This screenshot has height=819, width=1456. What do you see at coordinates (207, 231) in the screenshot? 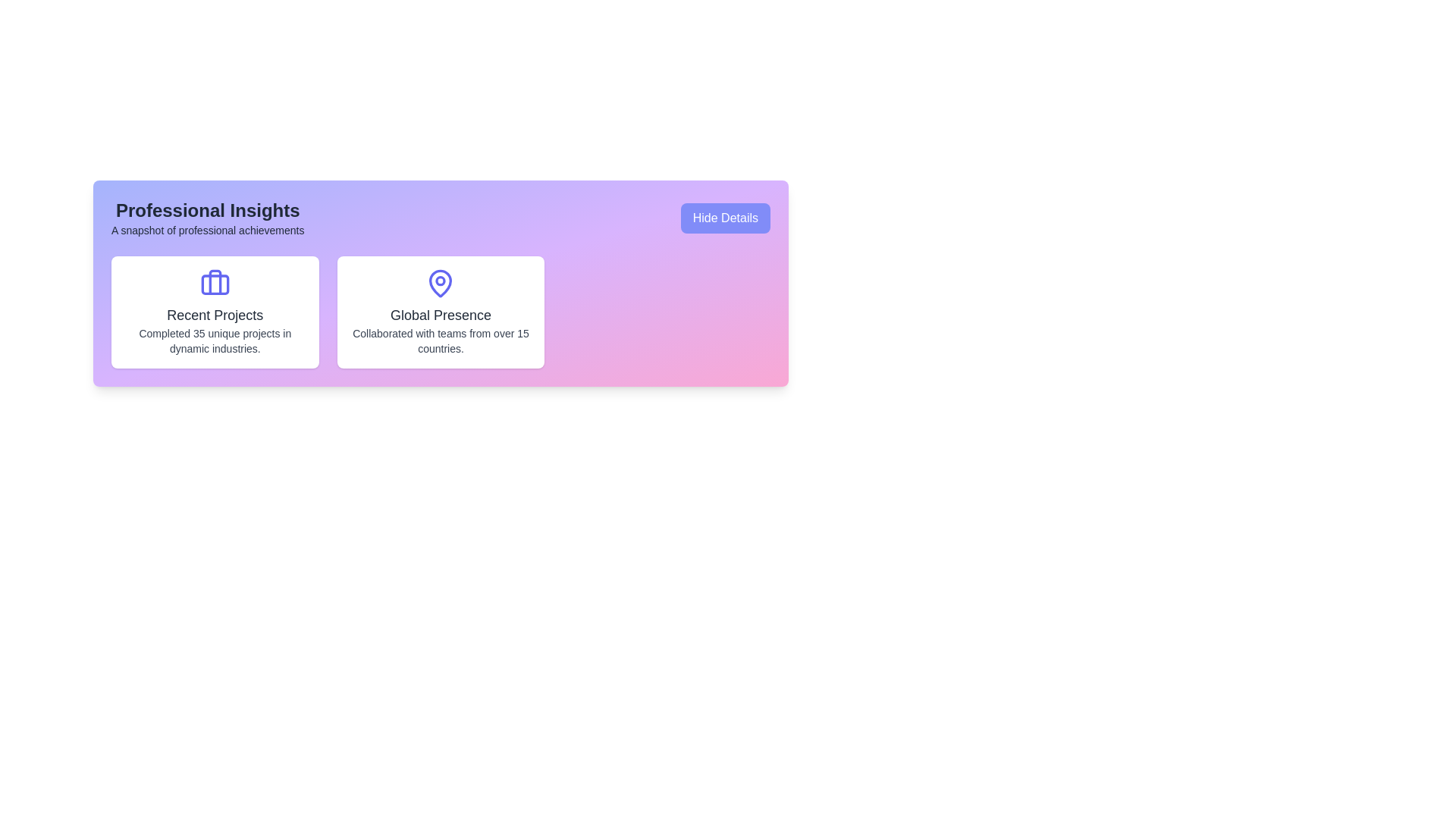
I see `the text label that serves as a subtitle for the 'Professional Insights' header, providing additional context to the user` at bounding box center [207, 231].